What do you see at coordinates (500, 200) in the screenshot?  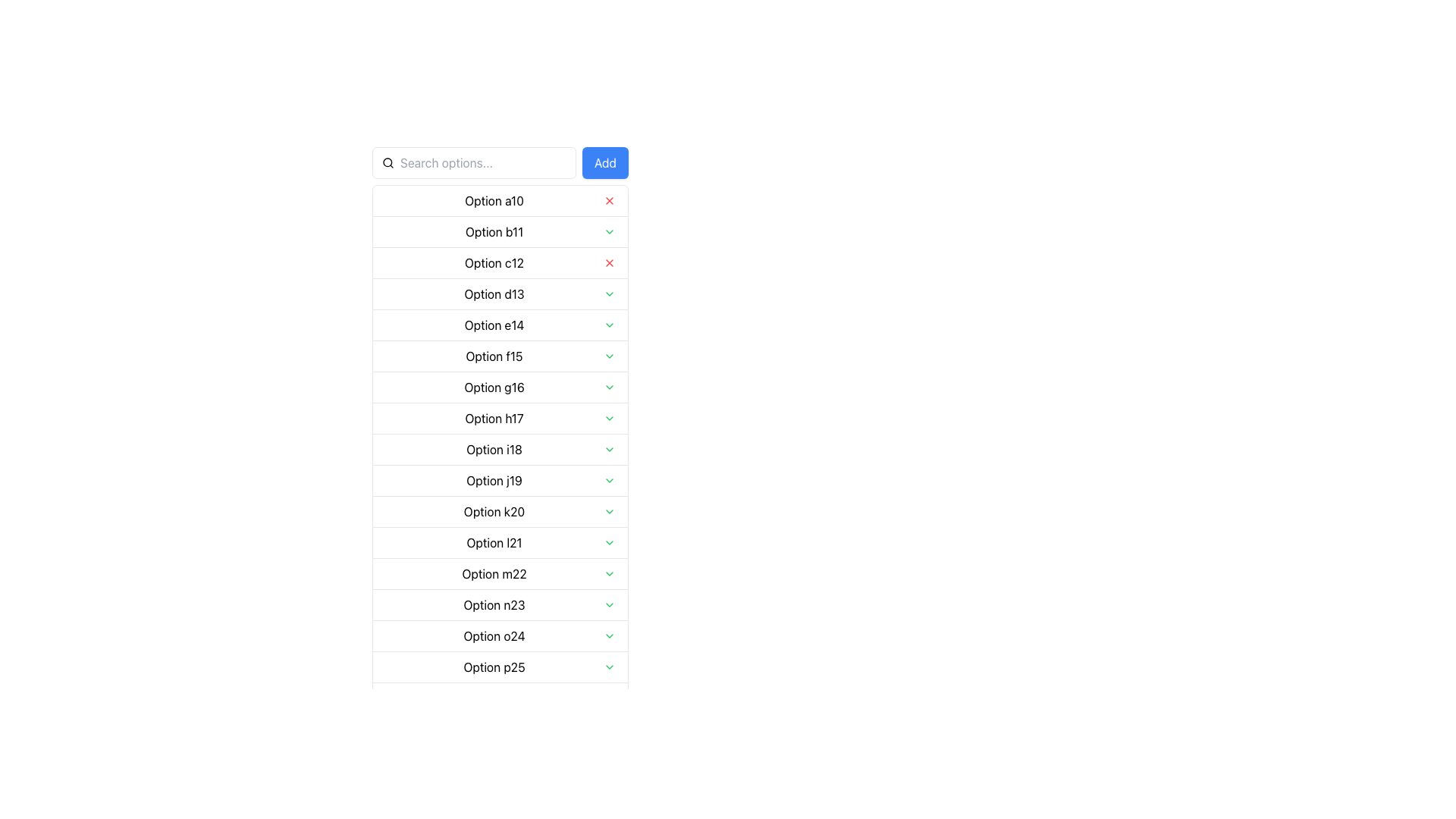 I see `the highlighted list item with the text 'Option a10' by clicking on it` at bounding box center [500, 200].